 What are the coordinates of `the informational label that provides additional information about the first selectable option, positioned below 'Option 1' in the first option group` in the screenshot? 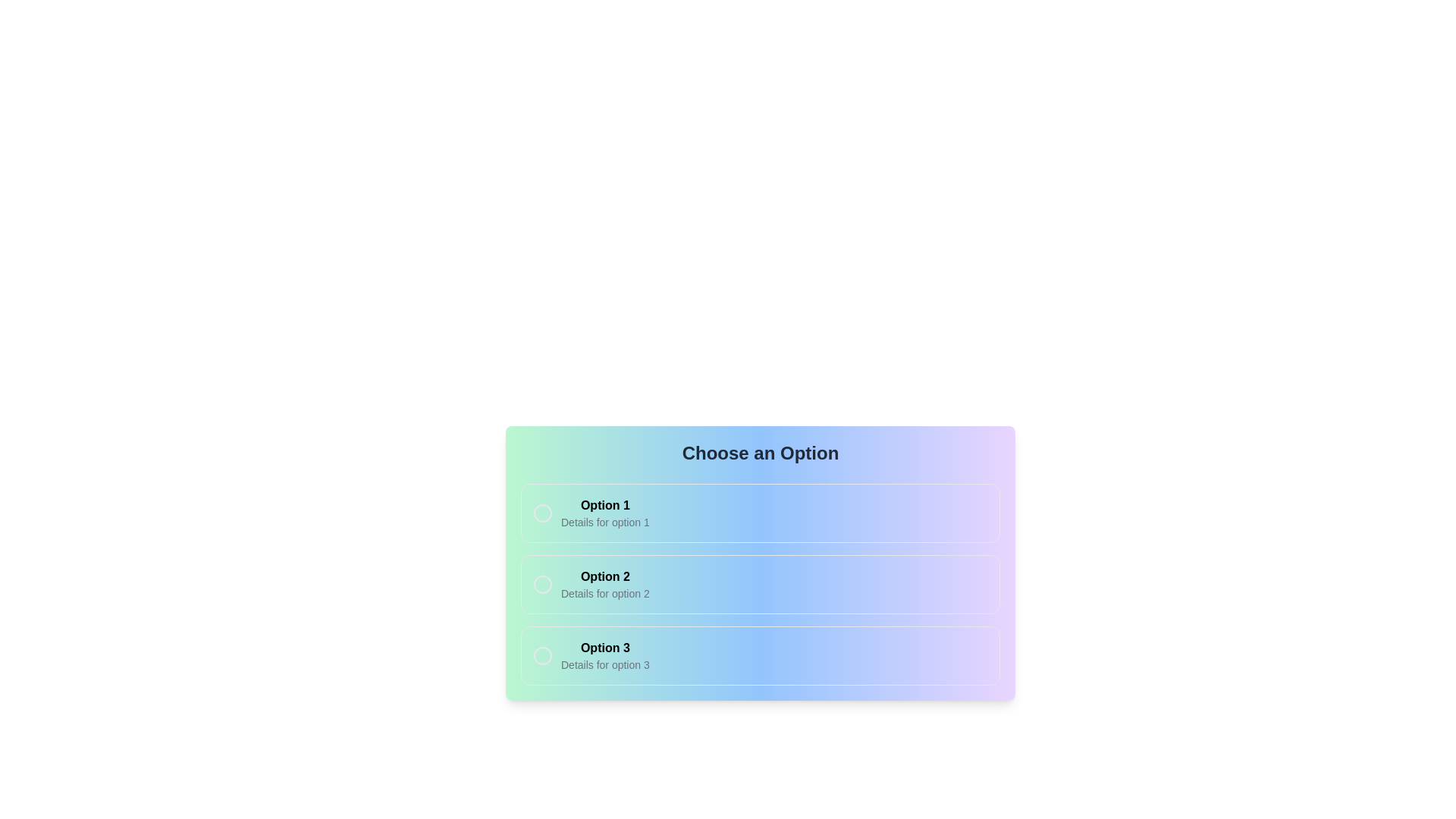 It's located at (604, 522).